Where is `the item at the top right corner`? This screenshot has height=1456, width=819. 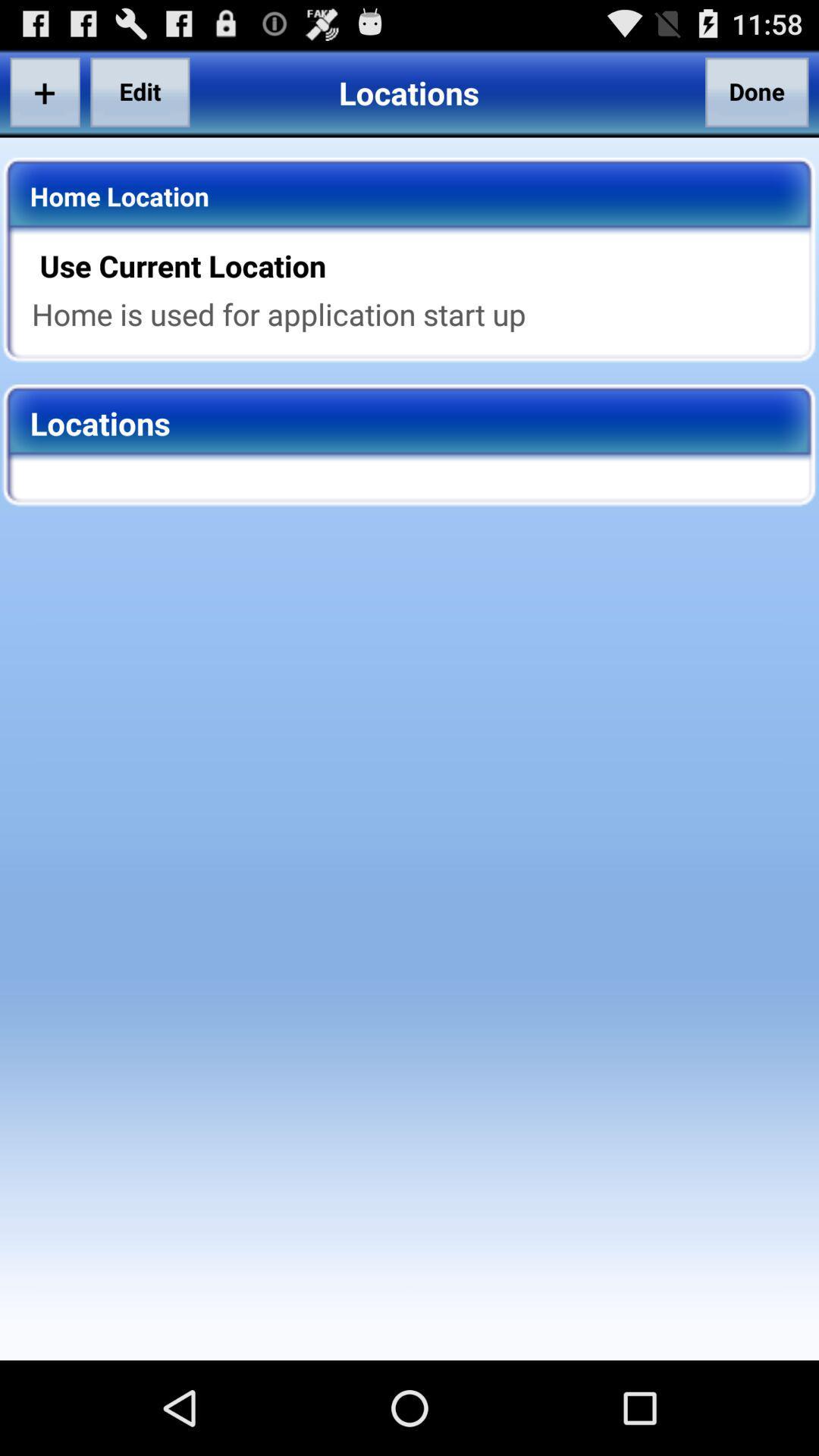 the item at the top right corner is located at coordinates (757, 91).